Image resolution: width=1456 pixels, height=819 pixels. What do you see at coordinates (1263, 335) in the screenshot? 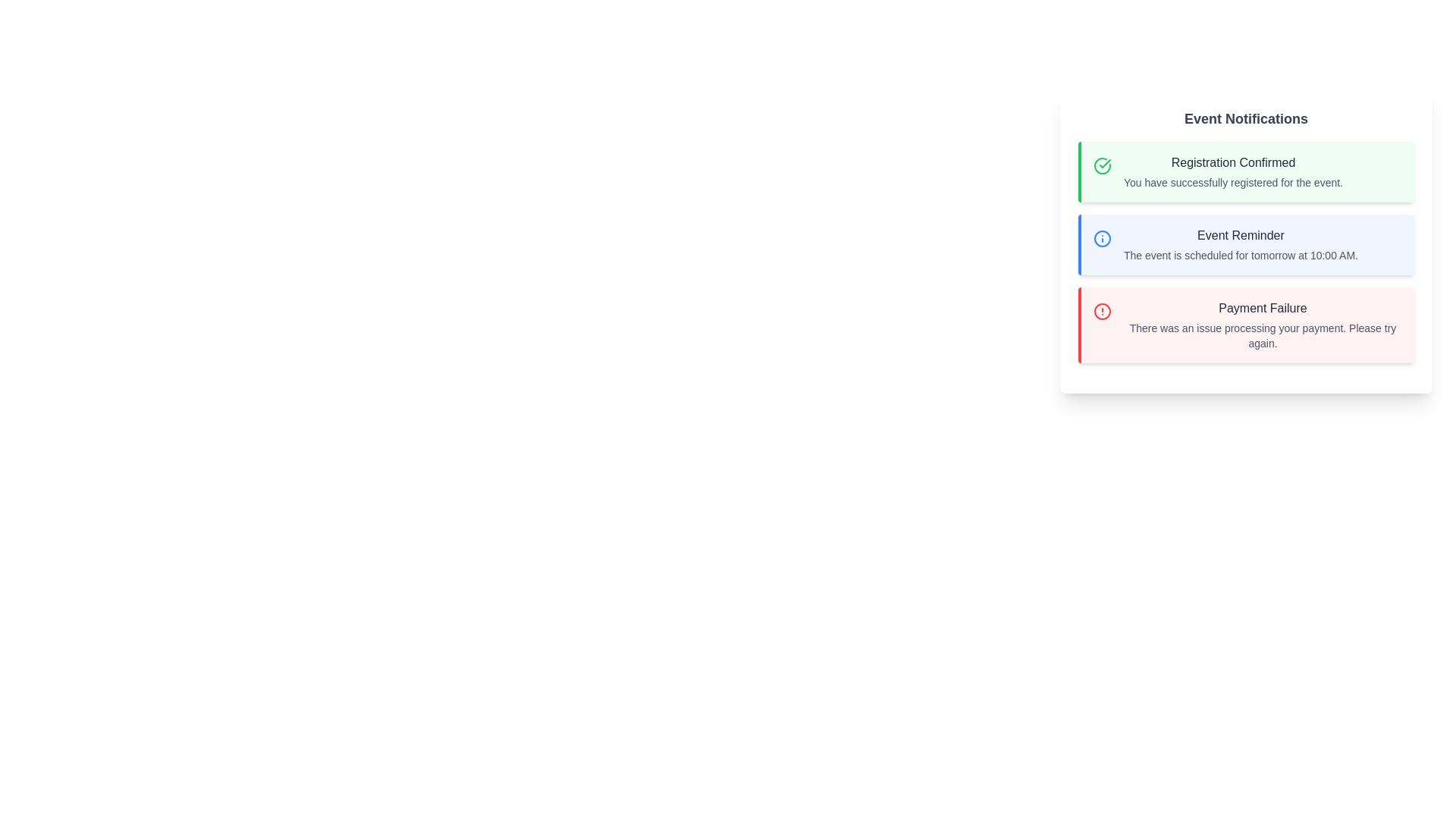
I see `the text label that states 'There was an issue processing your payment. Please try again.', which is styled with a smaller-sized, gray-colored font and positioned below the 'Payment Failure' heading` at bounding box center [1263, 335].